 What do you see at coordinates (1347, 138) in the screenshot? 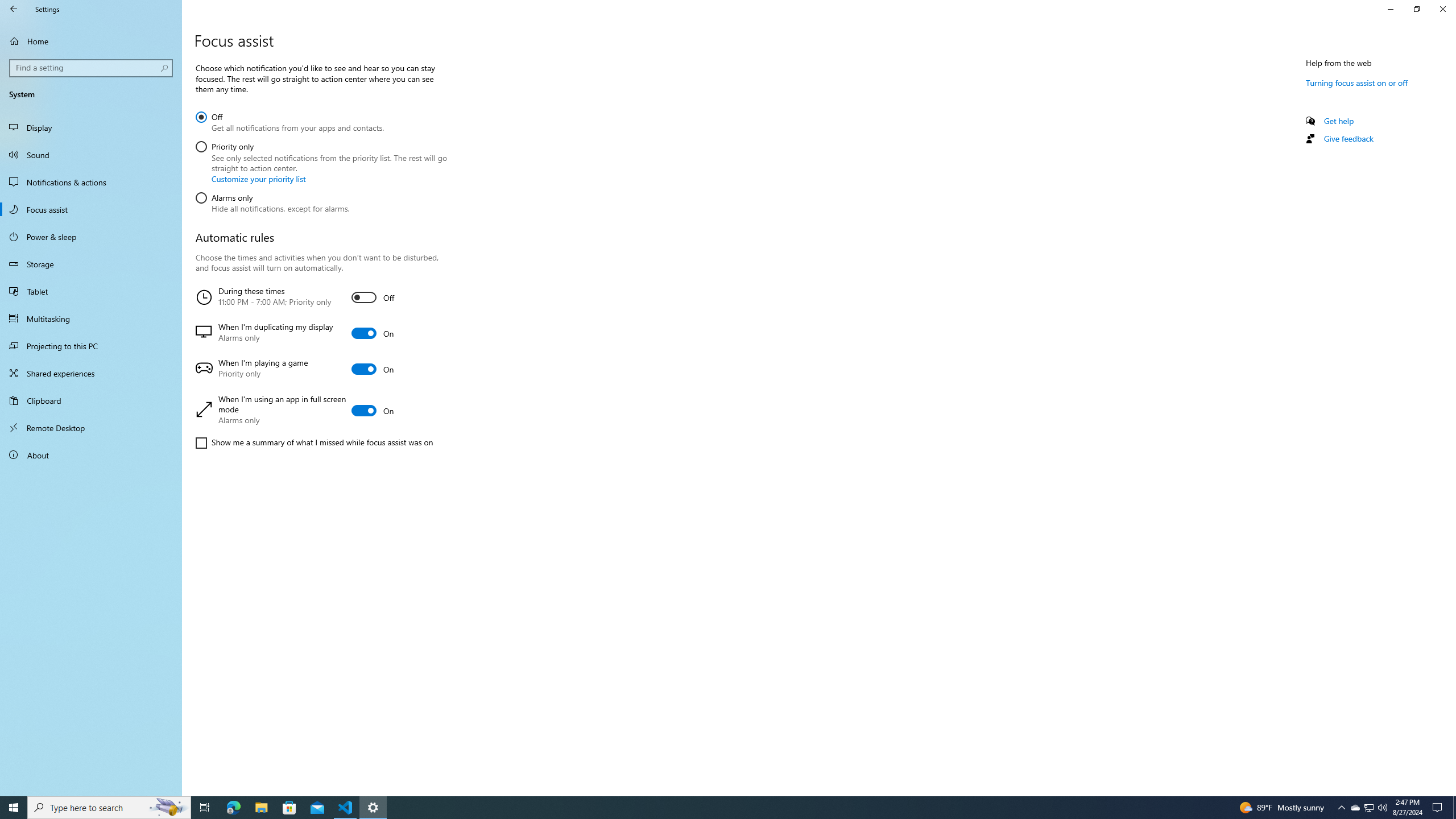
I see `'Give feedback'` at bounding box center [1347, 138].